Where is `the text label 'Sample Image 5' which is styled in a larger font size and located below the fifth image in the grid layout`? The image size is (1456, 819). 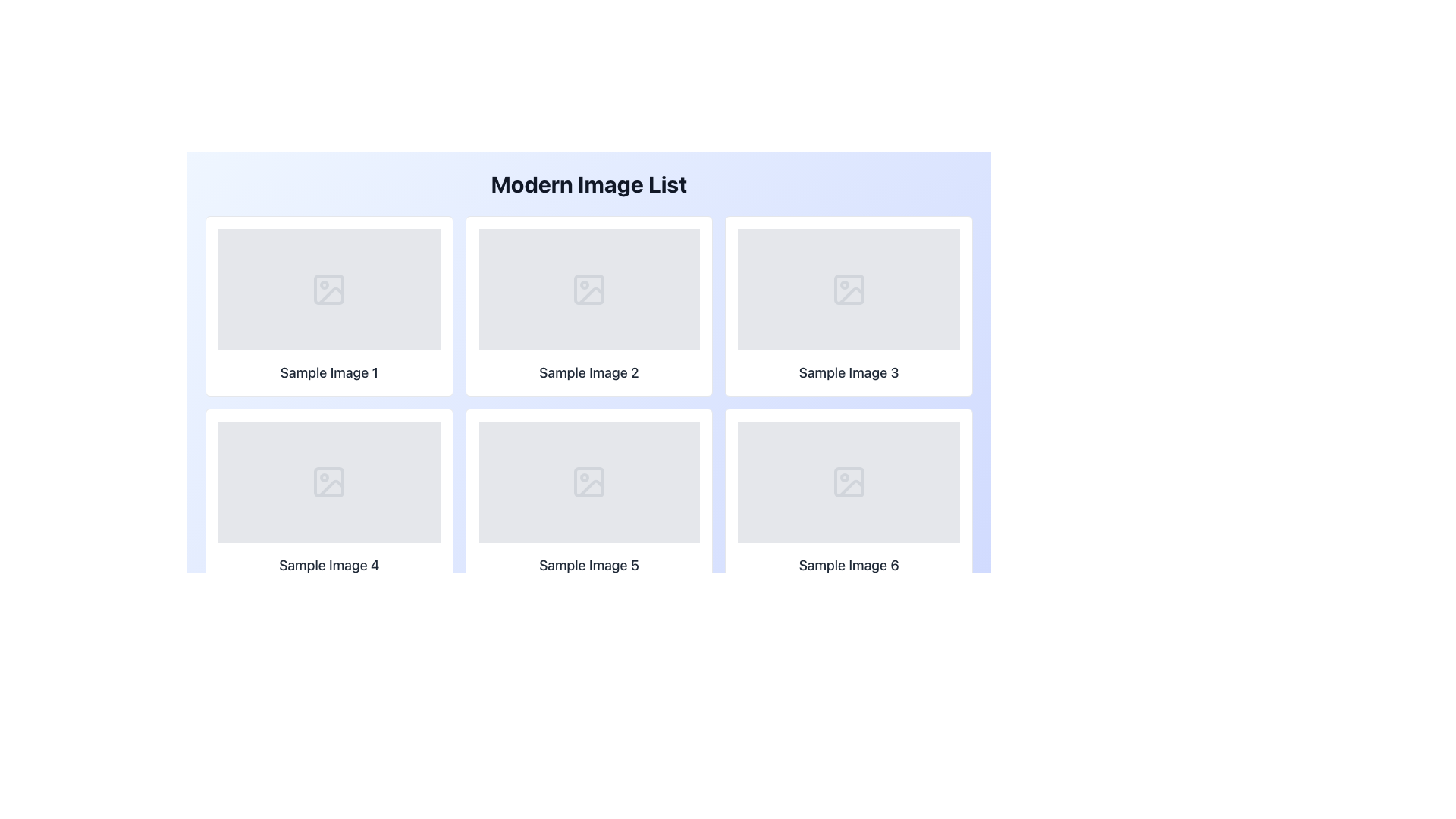 the text label 'Sample Image 5' which is styled in a larger font size and located below the fifth image in the grid layout is located at coordinates (588, 565).